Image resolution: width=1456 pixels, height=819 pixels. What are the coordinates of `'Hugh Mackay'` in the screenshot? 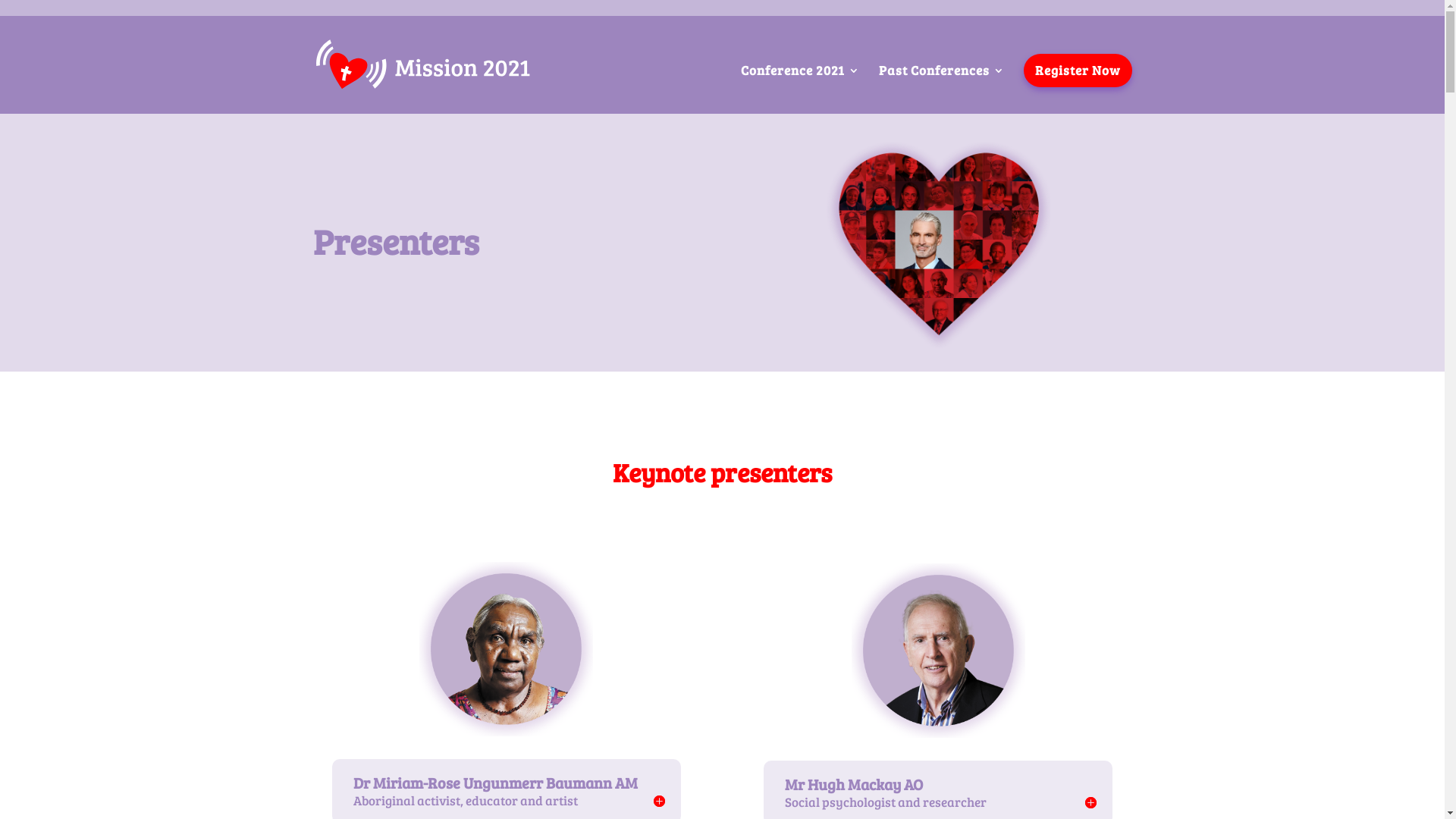 It's located at (938, 649).